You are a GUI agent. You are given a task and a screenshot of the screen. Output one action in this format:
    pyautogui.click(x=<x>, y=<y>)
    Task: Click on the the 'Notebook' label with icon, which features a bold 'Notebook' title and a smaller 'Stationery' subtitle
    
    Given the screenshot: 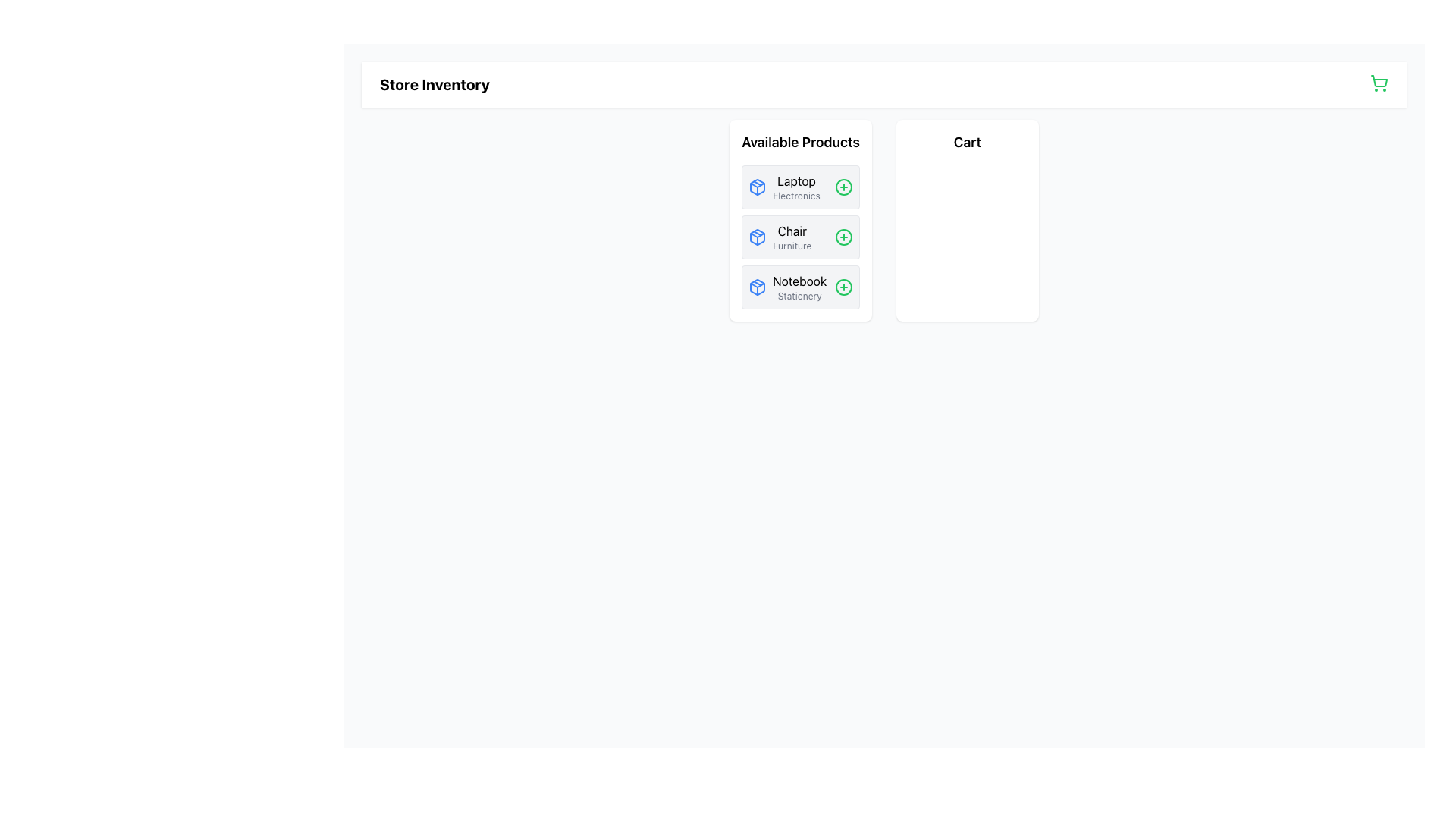 What is the action you would take?
    pyautogui.click(x=787, y=287)
    